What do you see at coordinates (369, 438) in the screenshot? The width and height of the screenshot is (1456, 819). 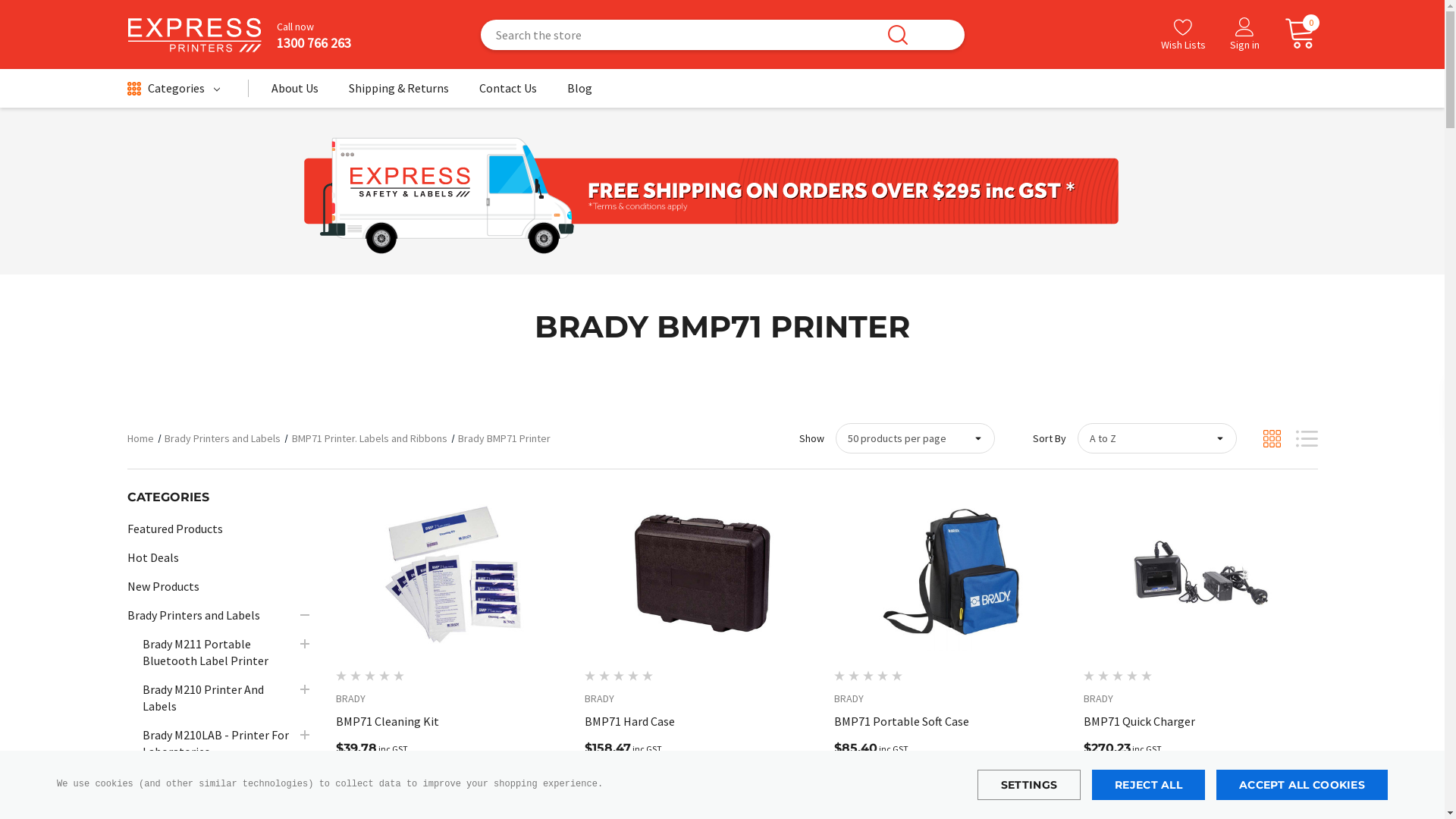 I see `'BMP71 Printer. Labels and Ribbons'` at bounding box center [369, 438].